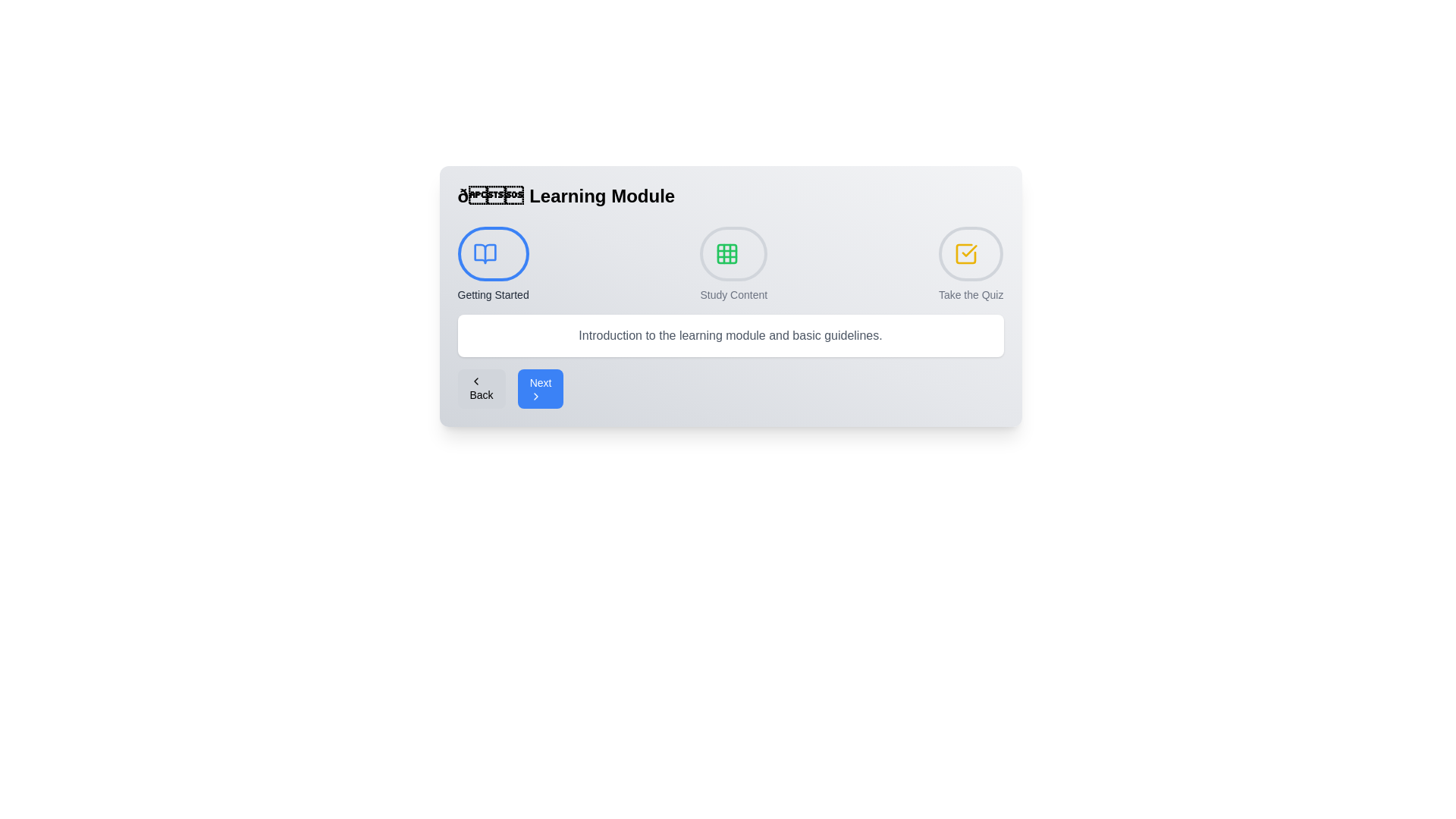  Describe the element at coordinates (733, 253) in the screenshot. I see `the step indicator for Study Content to navigate to that step` at that location.